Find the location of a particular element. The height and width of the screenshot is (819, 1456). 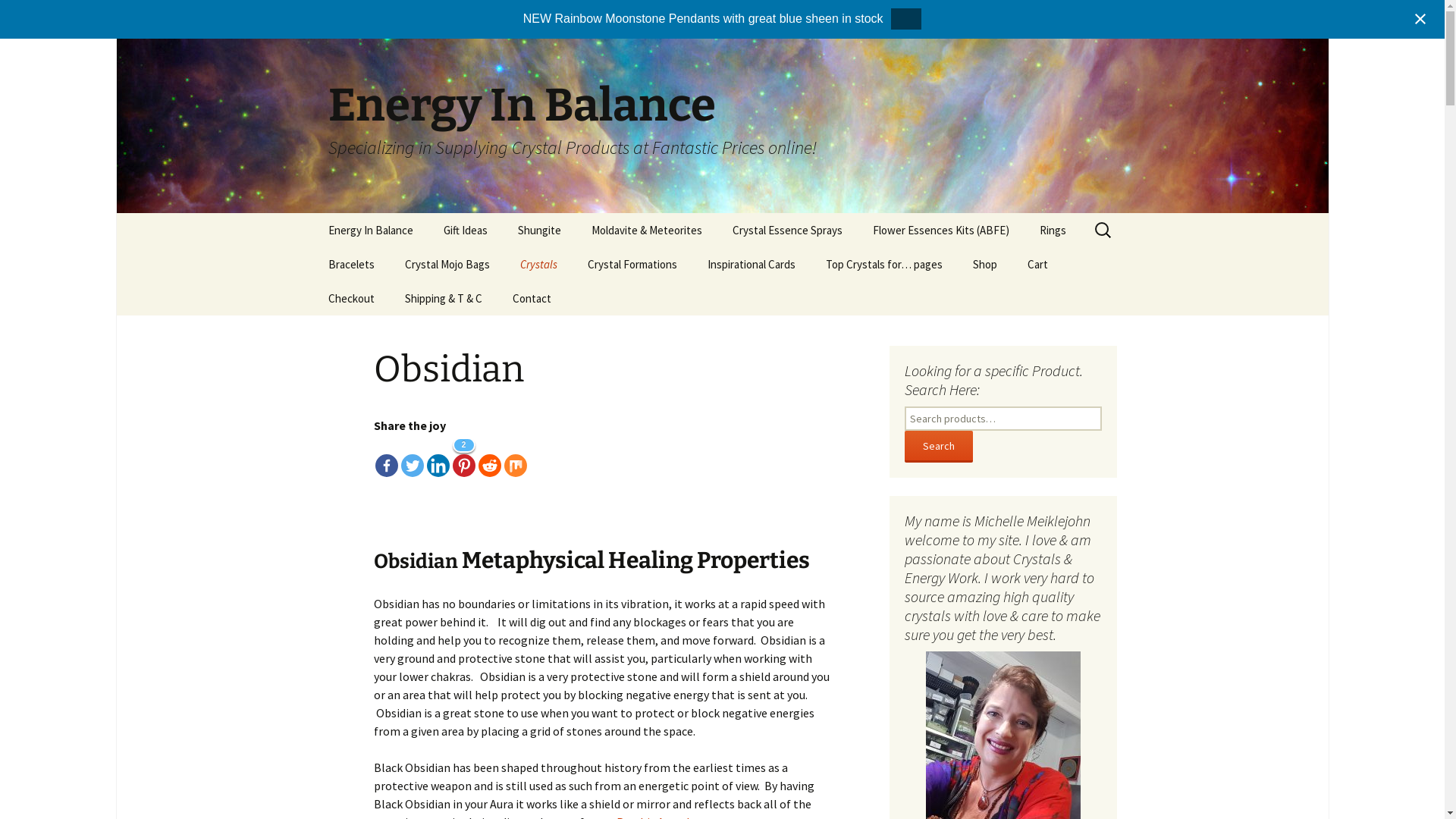

'Rings' is located at coordinates (1051, 230).